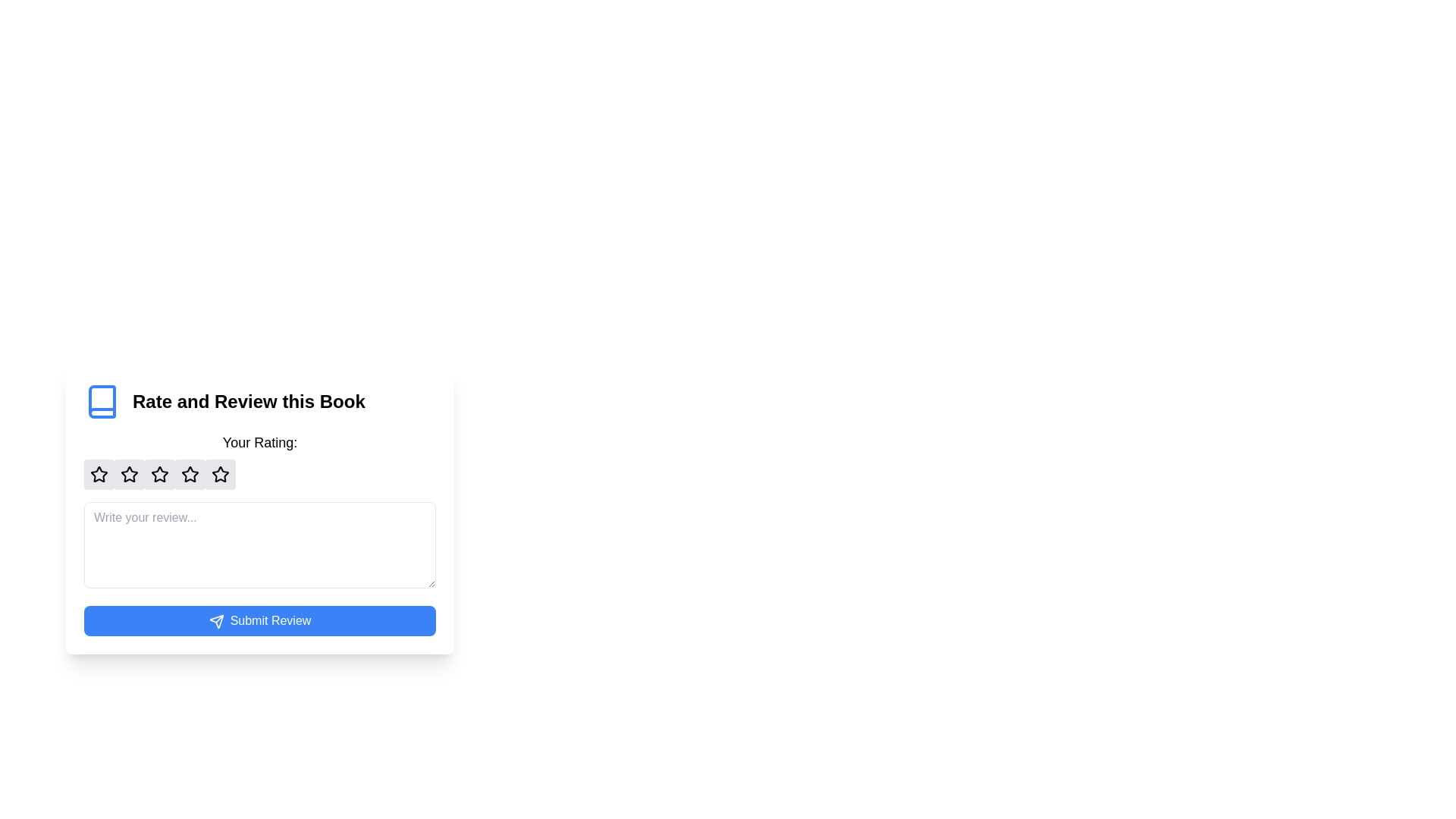 This screenshot has width=1456, height=819. I want to click on the first star-shaped rating icon button with a light gray background and a black outlined star icon, located in the modal titled 'Rate and Review this Book', so click(98, 473).